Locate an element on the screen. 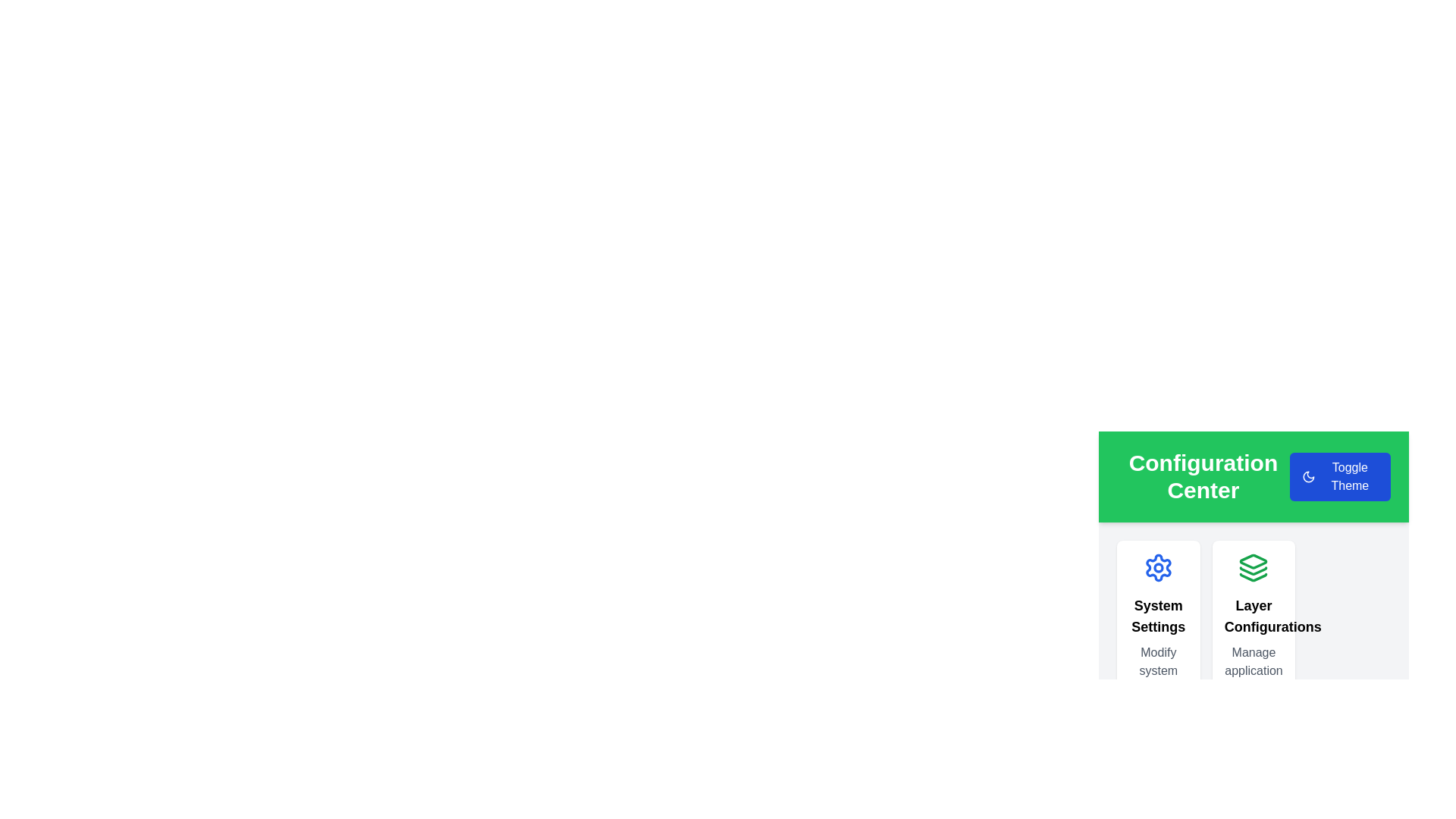 Image resolution: width=1456 pixels, height=819 pixels. the Header bar labeled 'Configuration Center' that has a green background and a blue button 'Toggle Theme' positioned to the right is located at coordinates (1254, 475).